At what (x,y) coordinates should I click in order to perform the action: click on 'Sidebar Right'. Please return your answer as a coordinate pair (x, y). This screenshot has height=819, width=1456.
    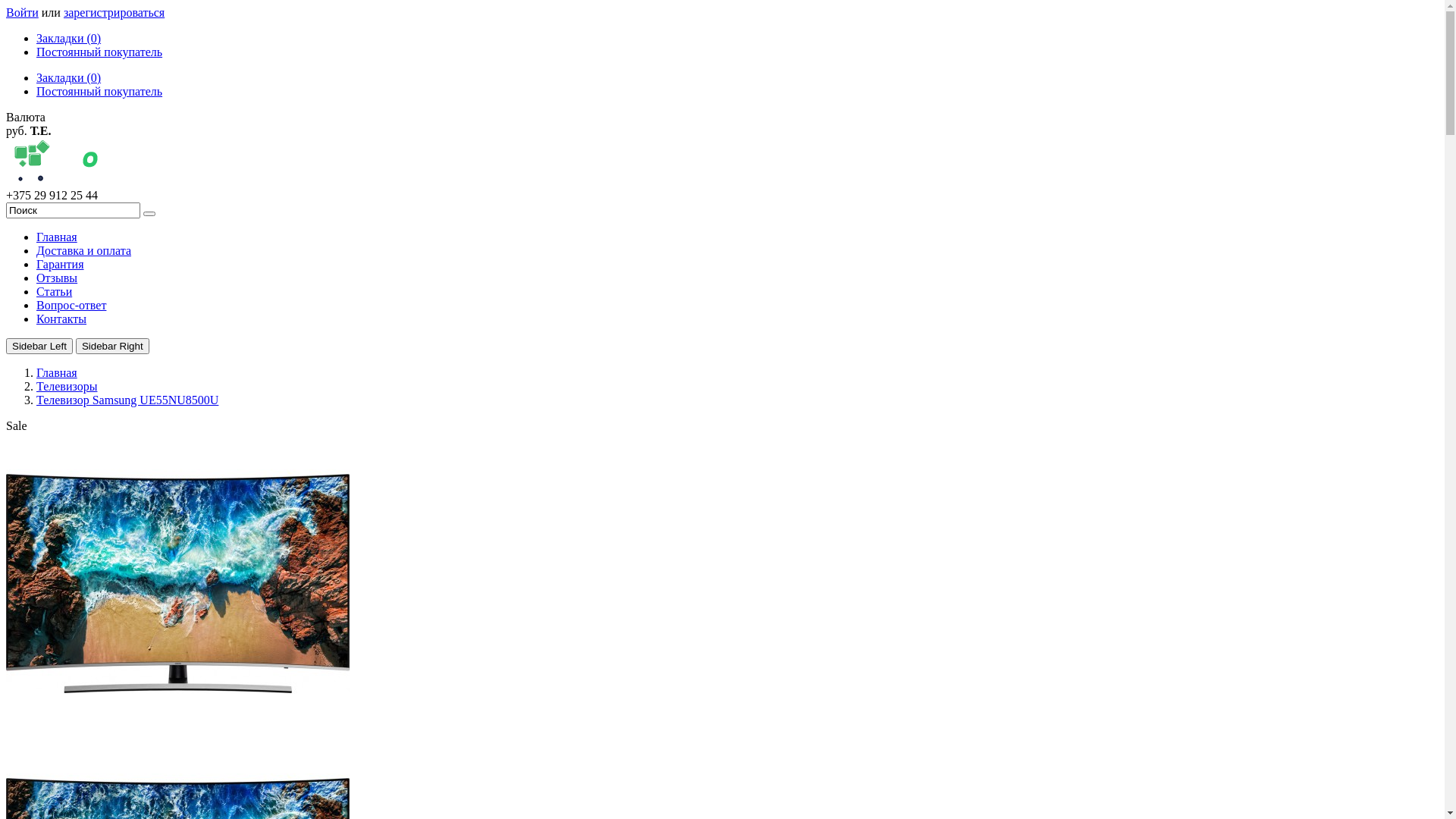
    Looking at the image, I should click on (111, 346).